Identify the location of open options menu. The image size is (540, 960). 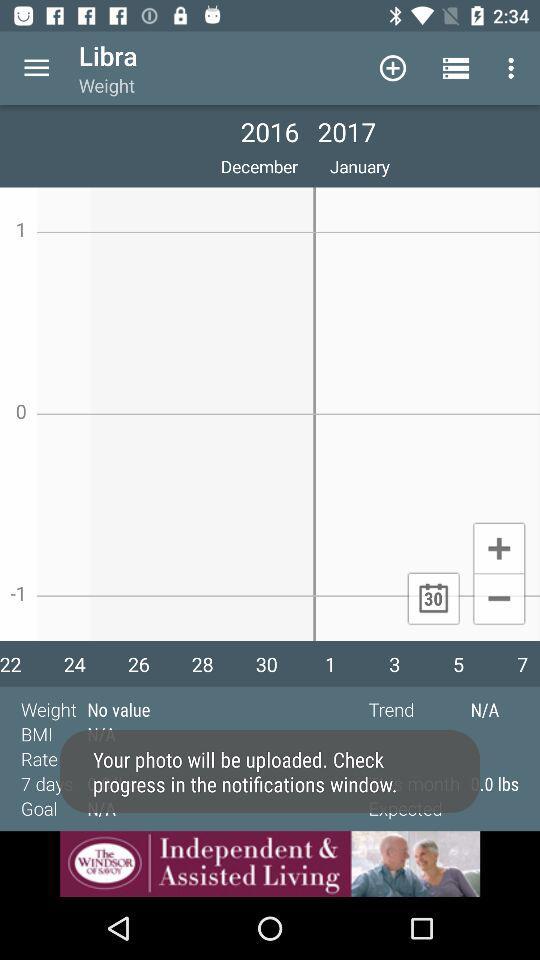
(36, 68).